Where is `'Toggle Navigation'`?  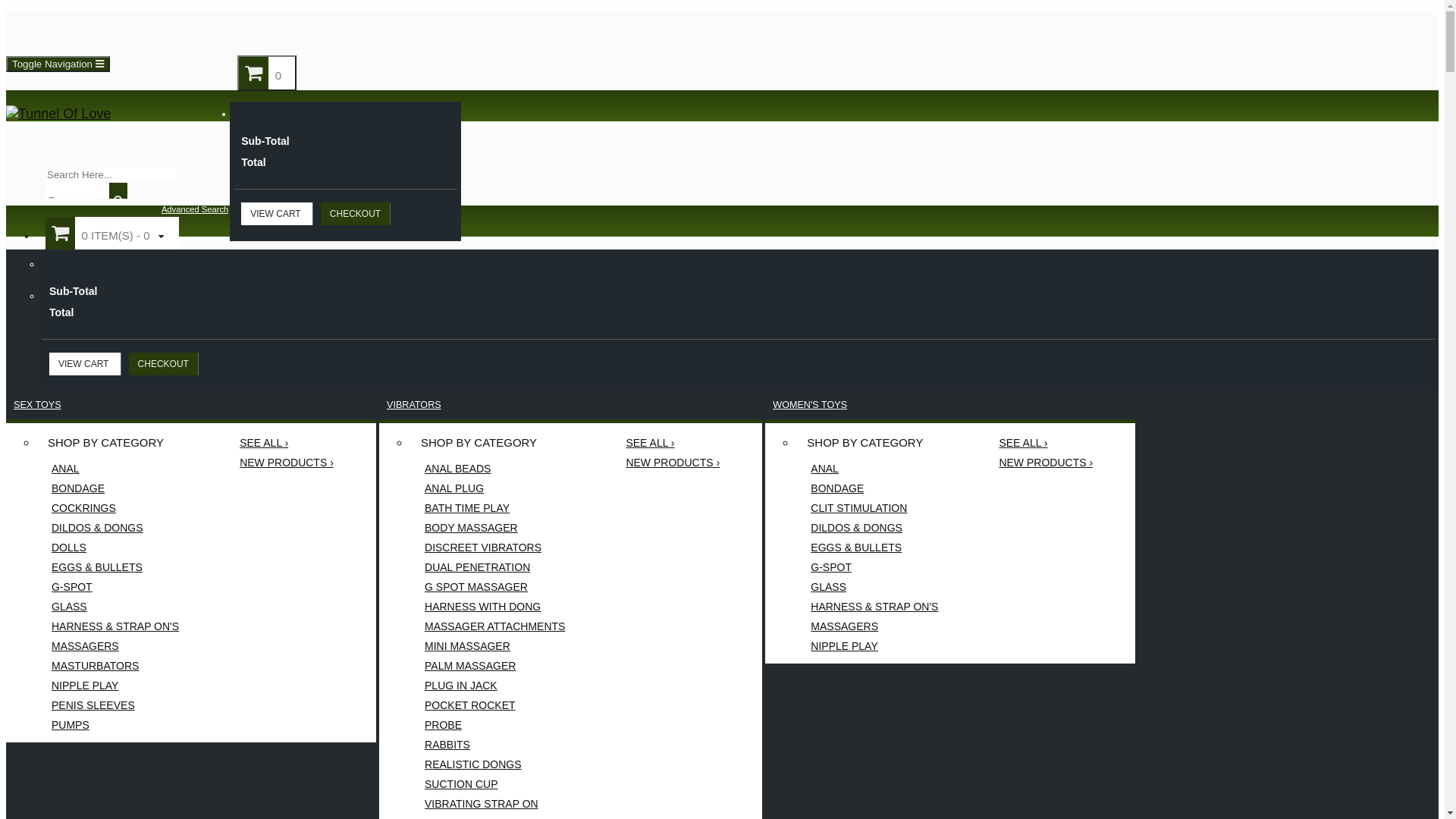 'Toggle Navigation' is located at coordinates (6, 63).